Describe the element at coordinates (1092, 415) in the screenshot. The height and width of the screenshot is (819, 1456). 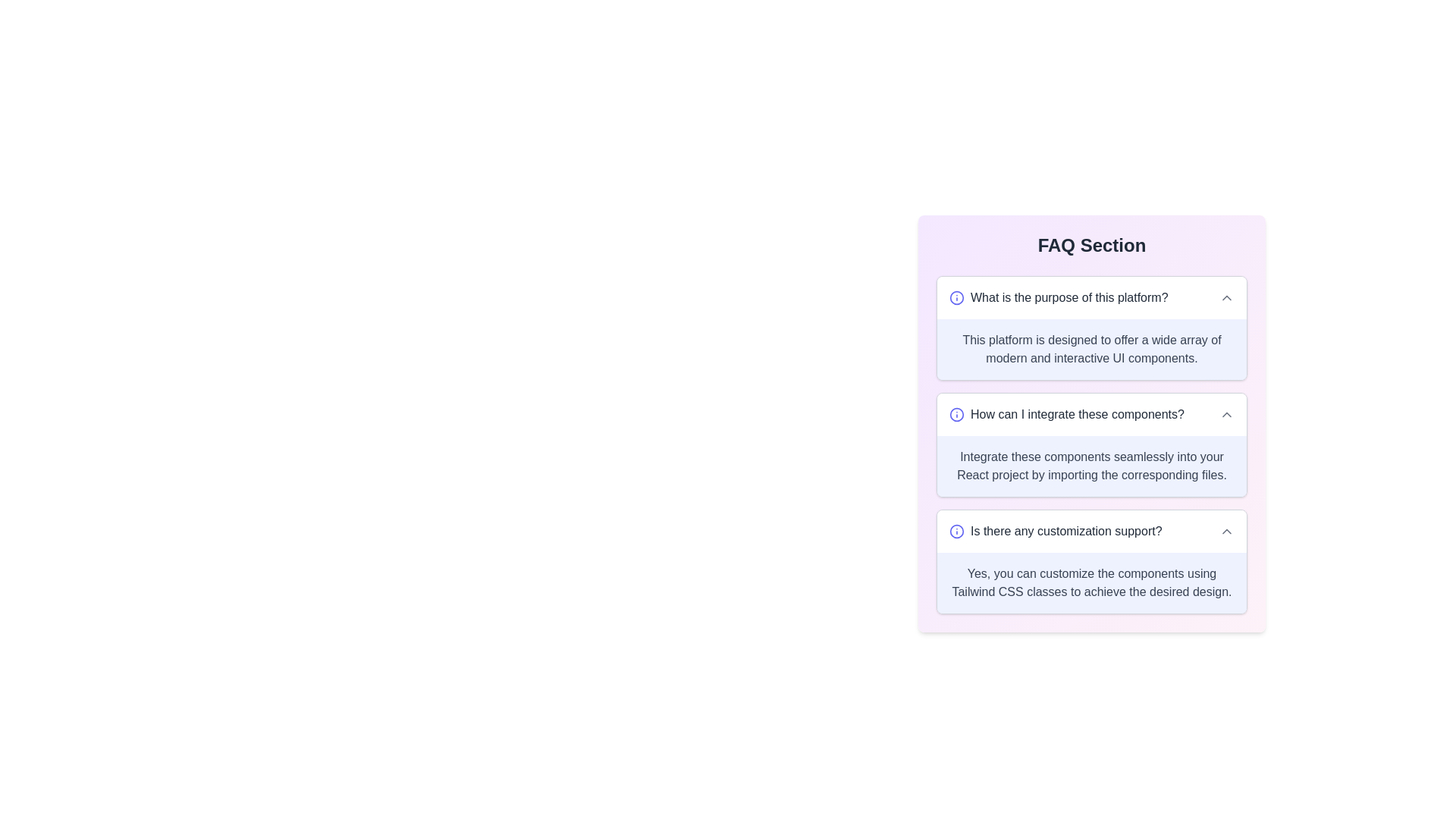
I see `the Interactive FAQ header that reads 'How can I integrate these components?' with gray text and an indigo icon on the left` at that location.